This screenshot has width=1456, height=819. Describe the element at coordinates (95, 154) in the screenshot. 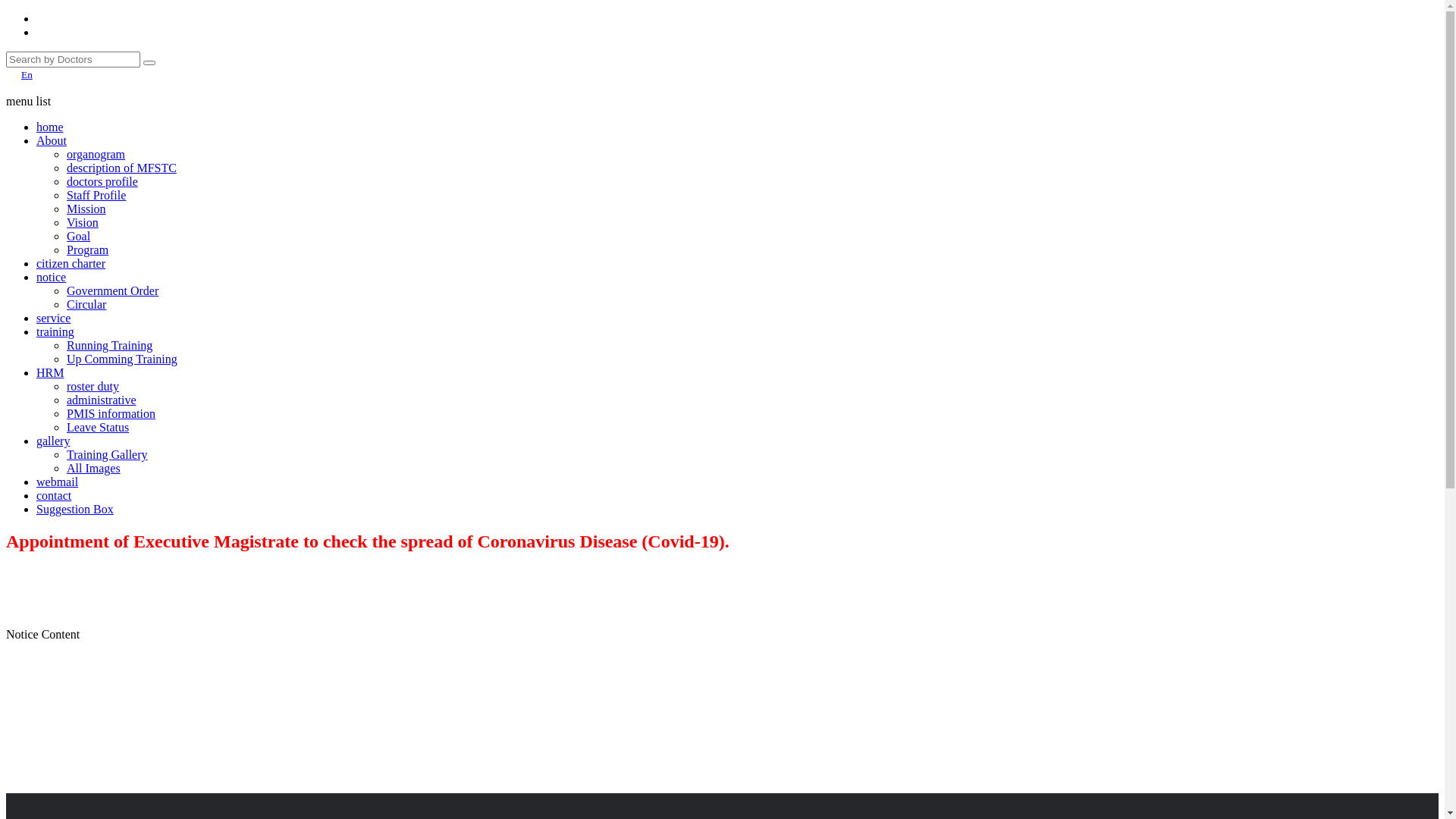

I see `'organogram'` at that location.